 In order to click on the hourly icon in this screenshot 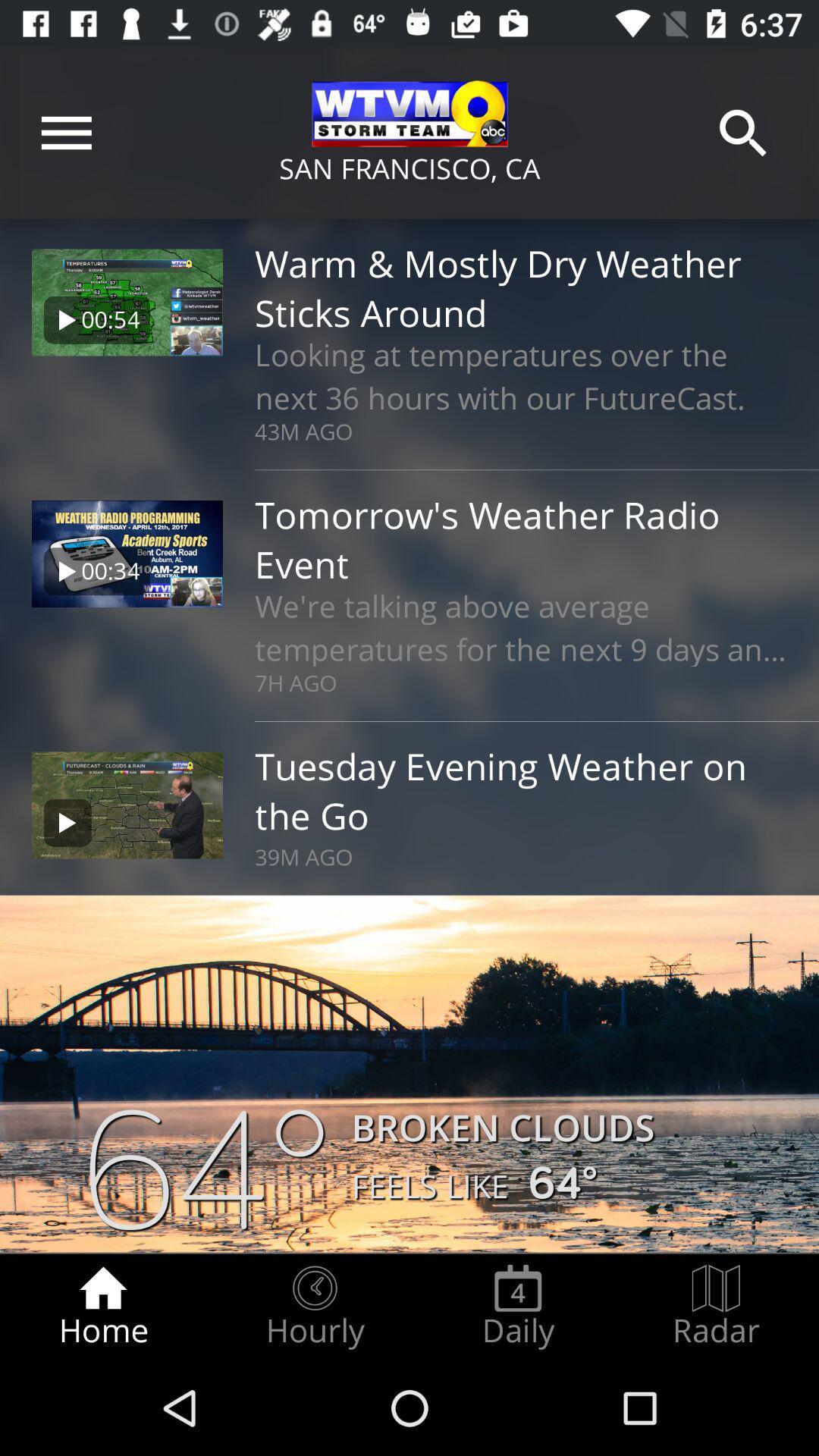, I will do `click(314, 1306)`.